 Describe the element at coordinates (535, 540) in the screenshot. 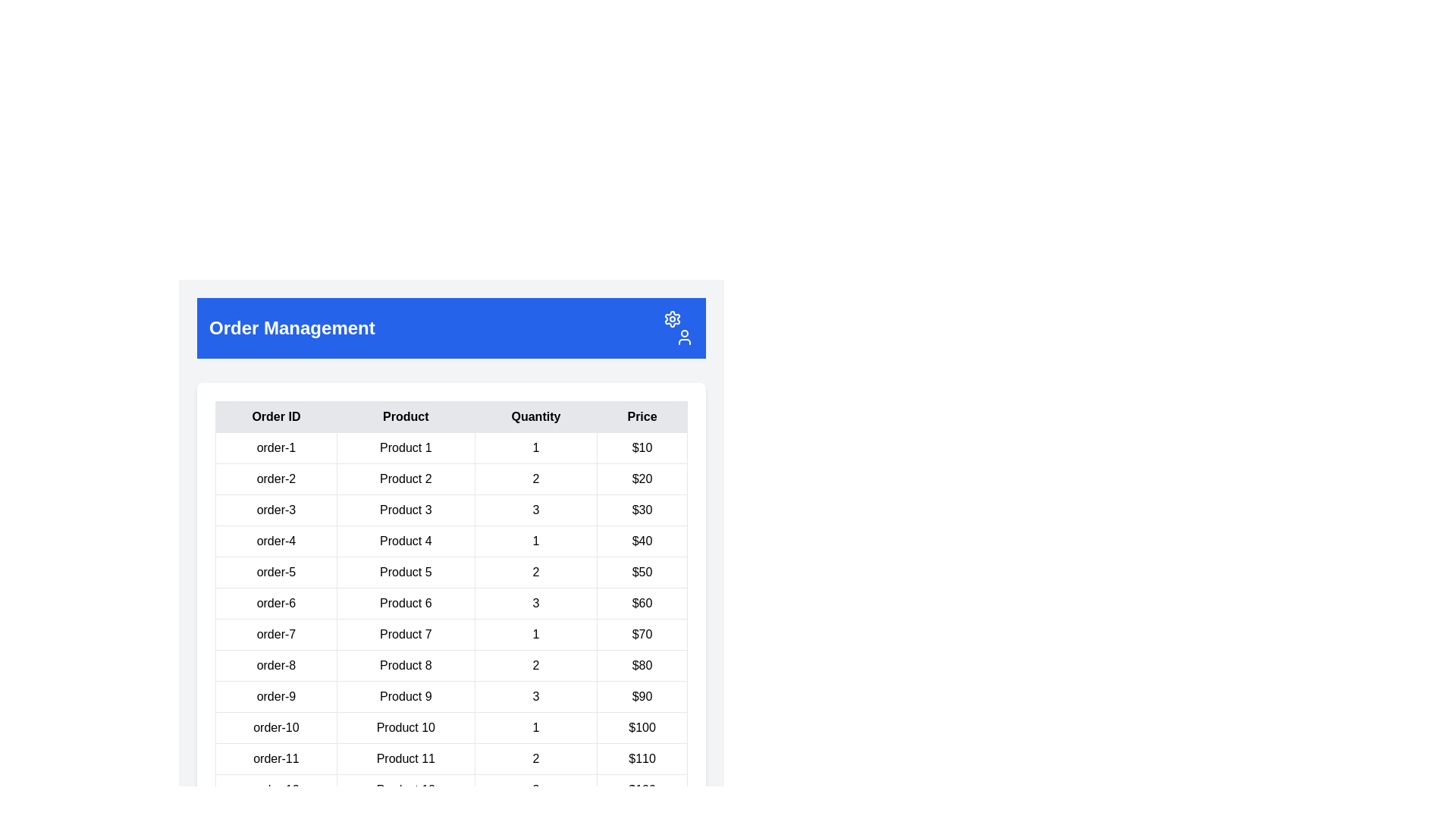

I see `the table cell displaying the number '1', which is the third cell in the row labeled 'order-4' in the table located below the blue banner titled 'Order Management'` at that location.